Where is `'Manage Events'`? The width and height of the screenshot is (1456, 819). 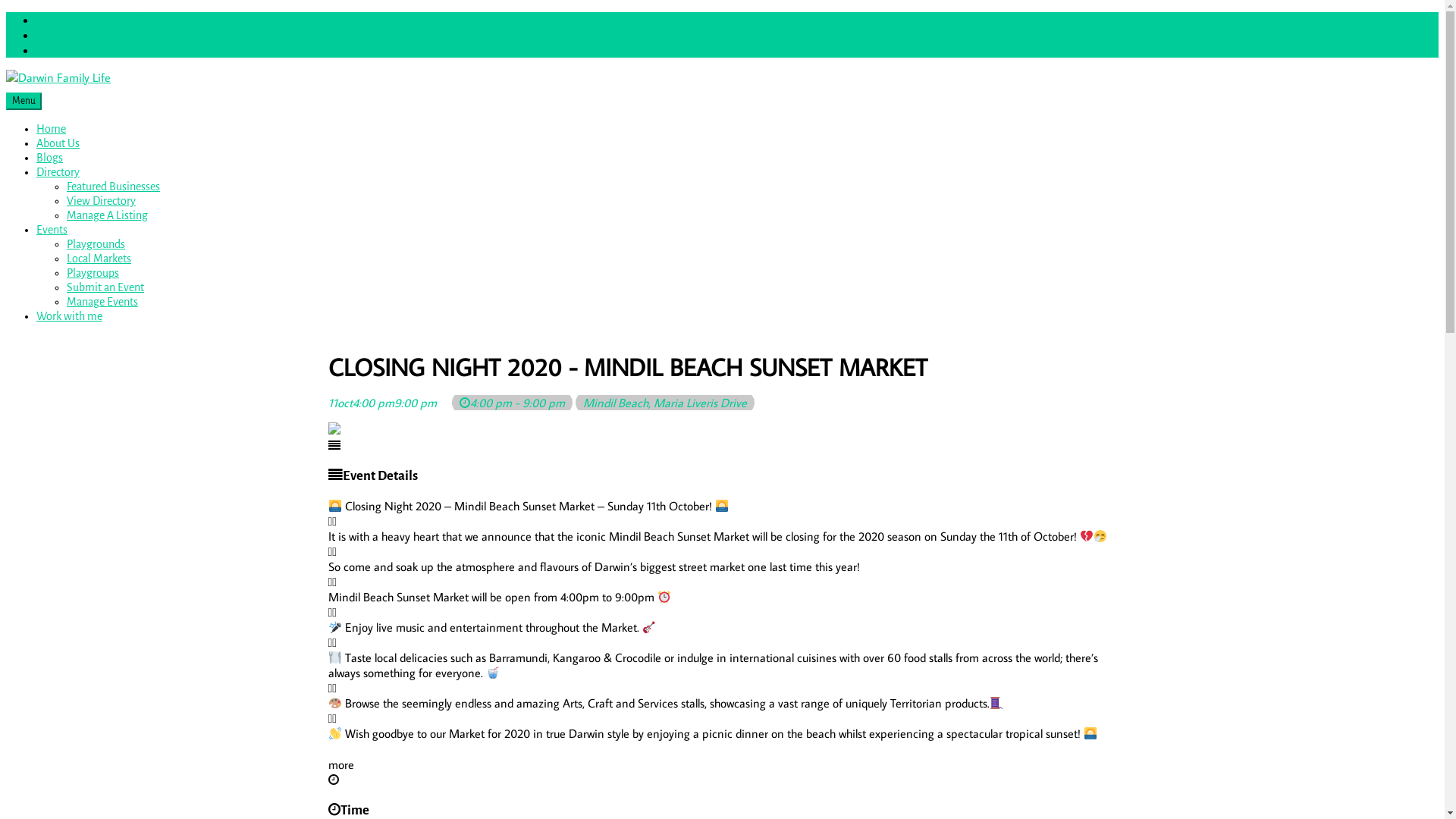 'Manage Events' is located at coordinates (101, 301).